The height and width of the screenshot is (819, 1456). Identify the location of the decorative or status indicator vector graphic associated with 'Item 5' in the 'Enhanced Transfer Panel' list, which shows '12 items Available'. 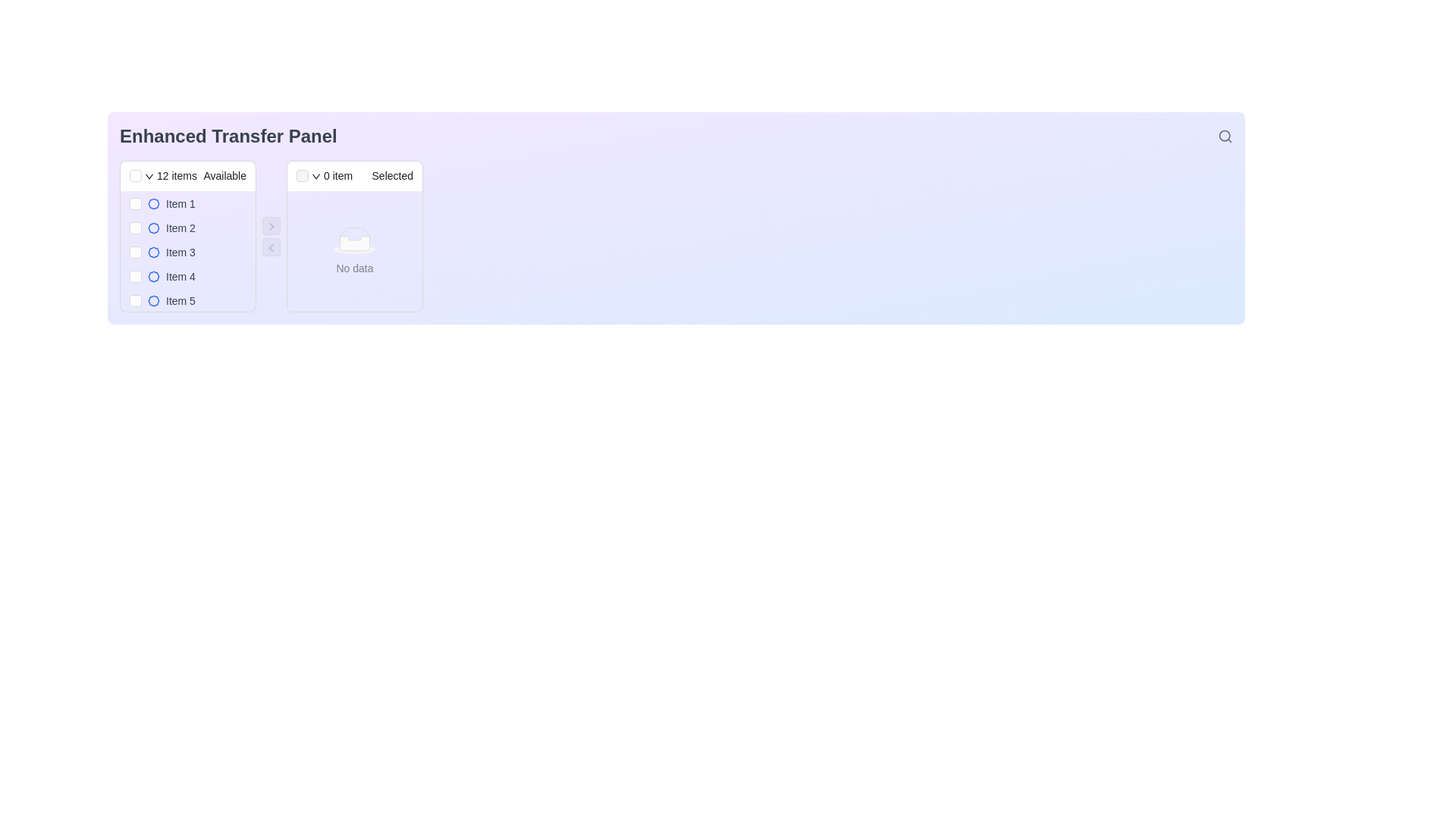
(153, 301).